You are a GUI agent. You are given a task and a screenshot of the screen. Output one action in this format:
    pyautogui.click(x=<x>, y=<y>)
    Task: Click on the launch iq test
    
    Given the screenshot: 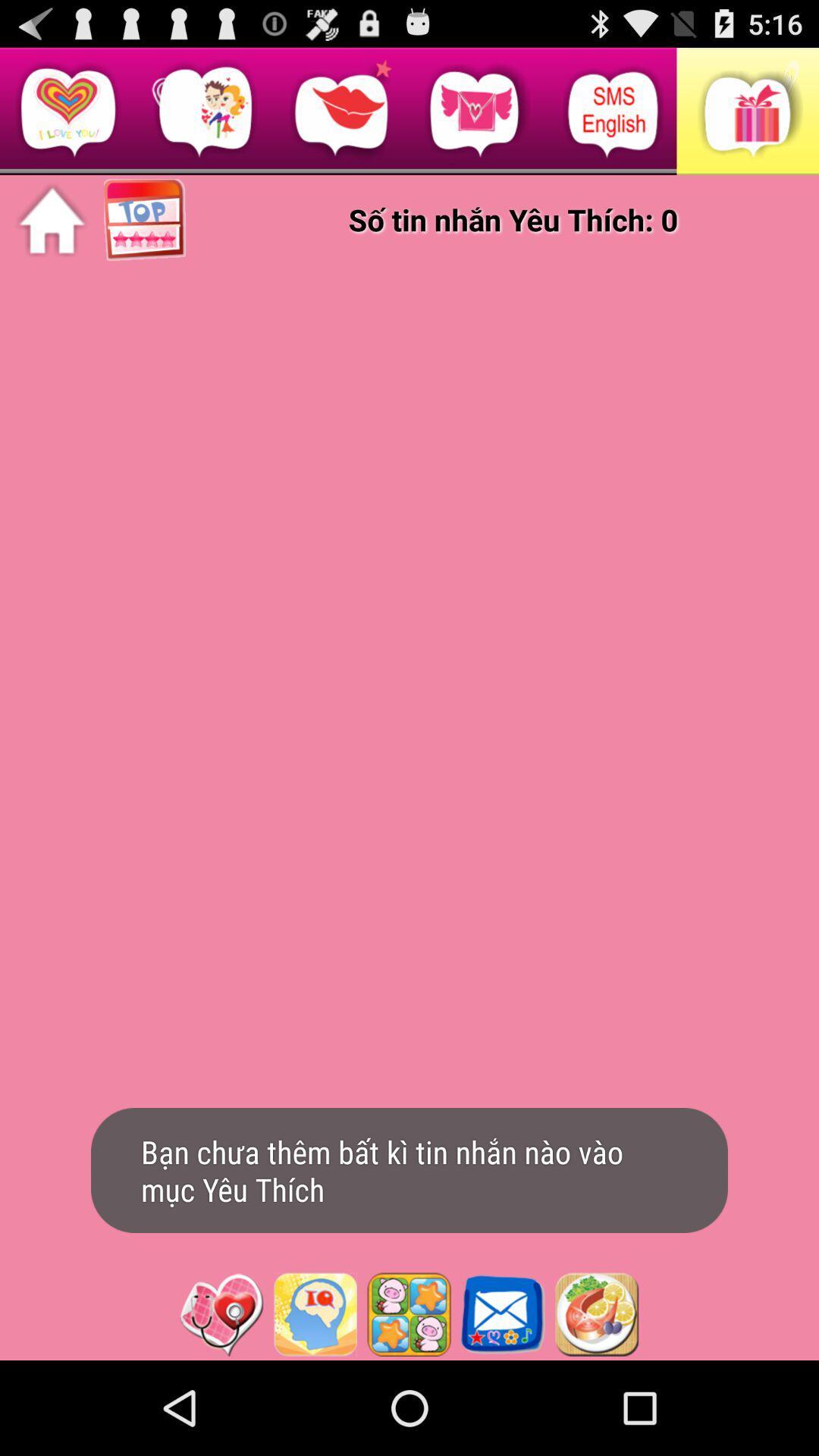 What is the action you would take?
    pyautogui.click(x=314, y=1313)
    